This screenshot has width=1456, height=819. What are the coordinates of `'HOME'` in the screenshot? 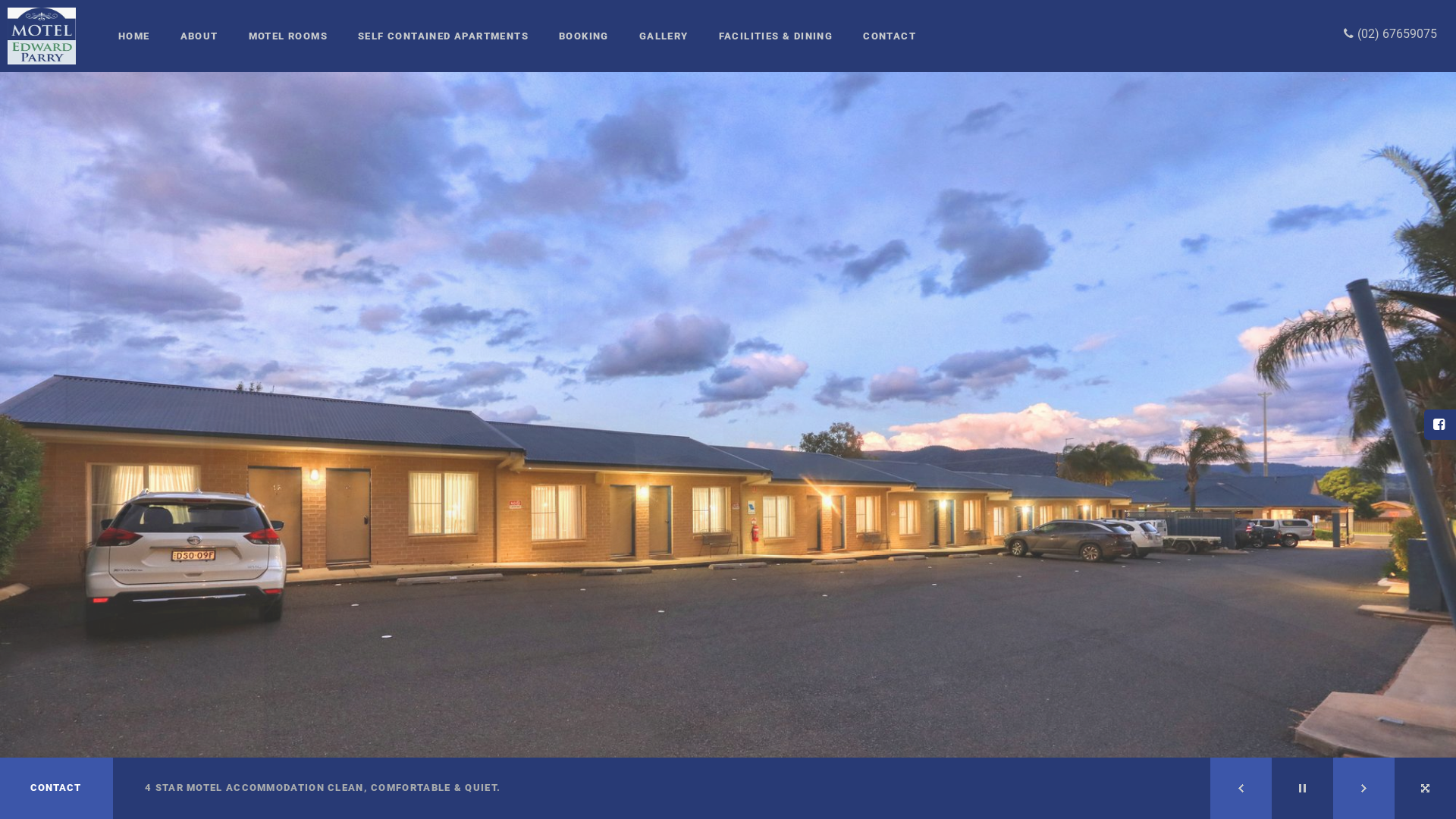 It's located at (134, 35).